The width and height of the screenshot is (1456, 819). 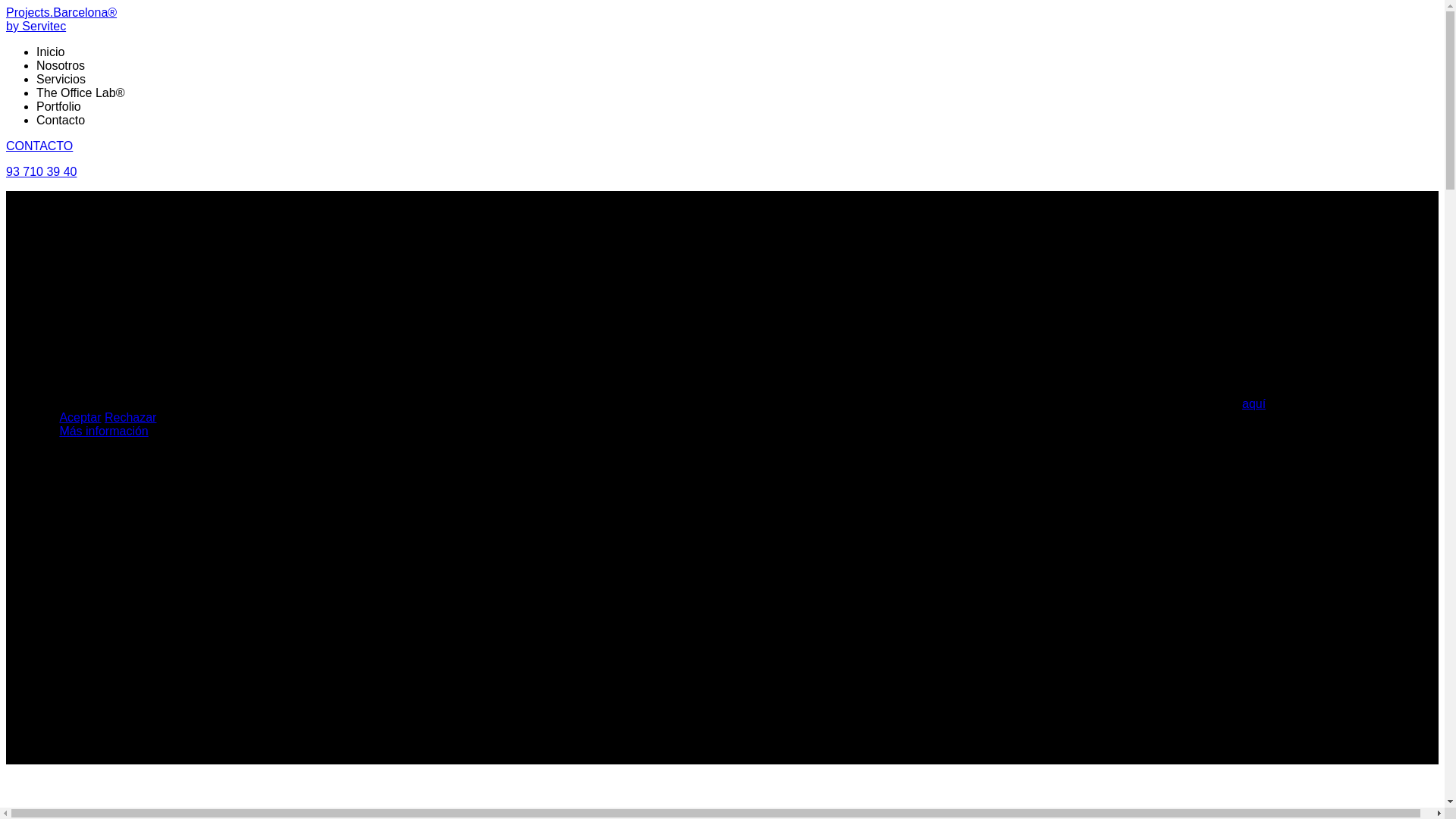 What do you see at coordinates (36, 119) in the screenshot?
I see `'Contacto'` at bounding box center [36, 119].